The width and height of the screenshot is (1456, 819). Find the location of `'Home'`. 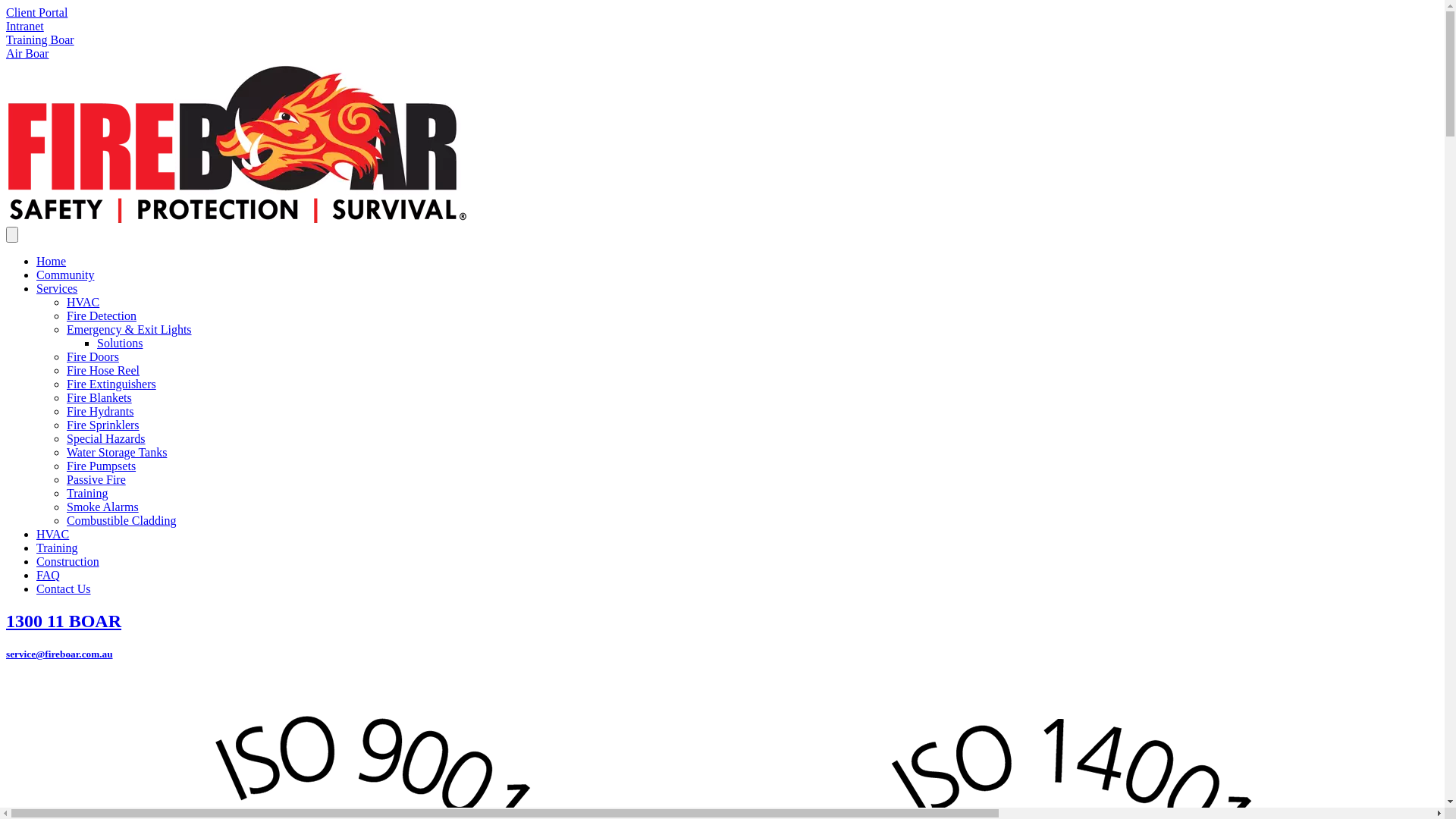

'Home' is located at coordinates (51, 260).